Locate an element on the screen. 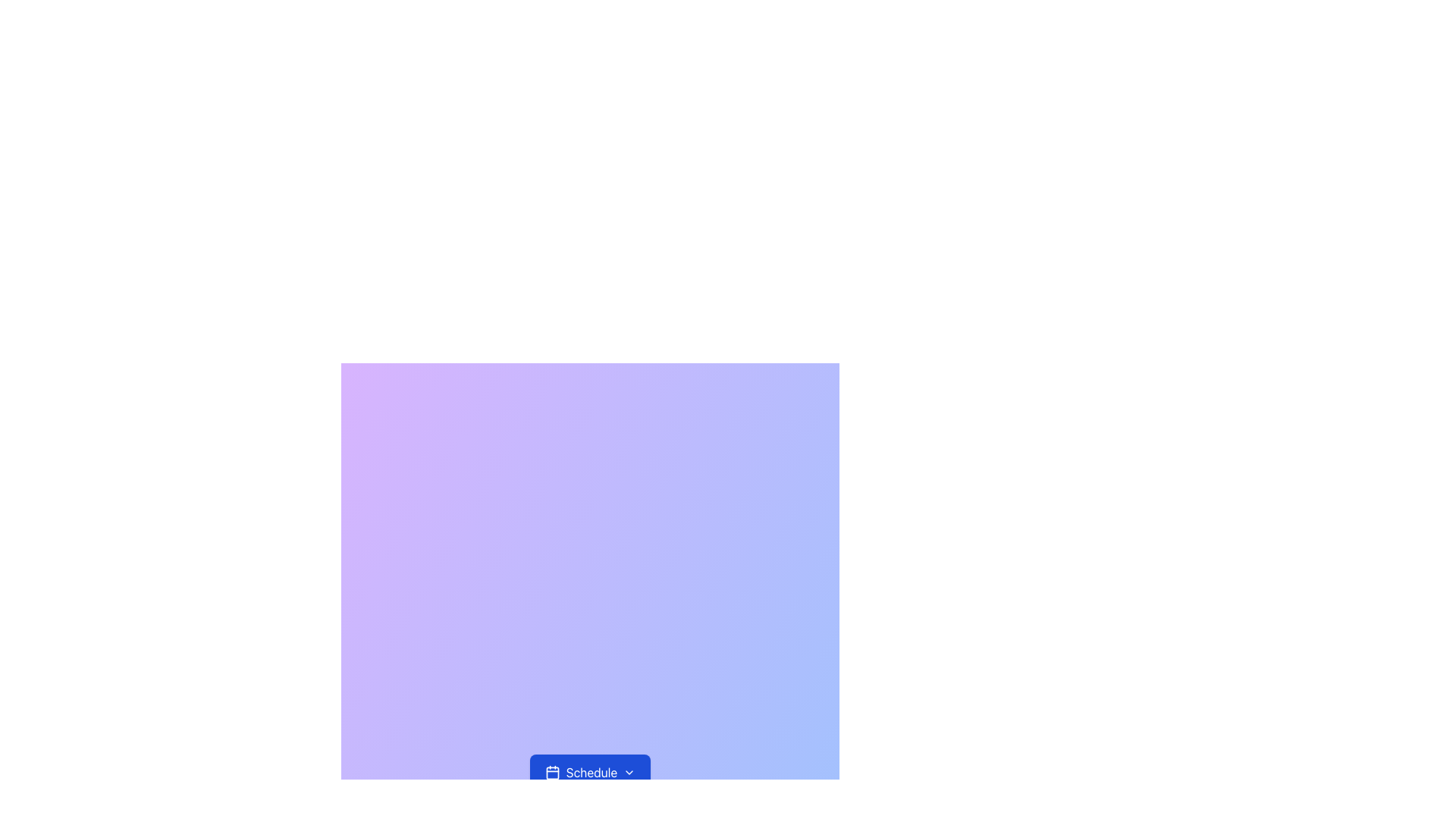  the 'Schedule' button which features a blue calendar icon on the left side is located at coordinates (551, 772).